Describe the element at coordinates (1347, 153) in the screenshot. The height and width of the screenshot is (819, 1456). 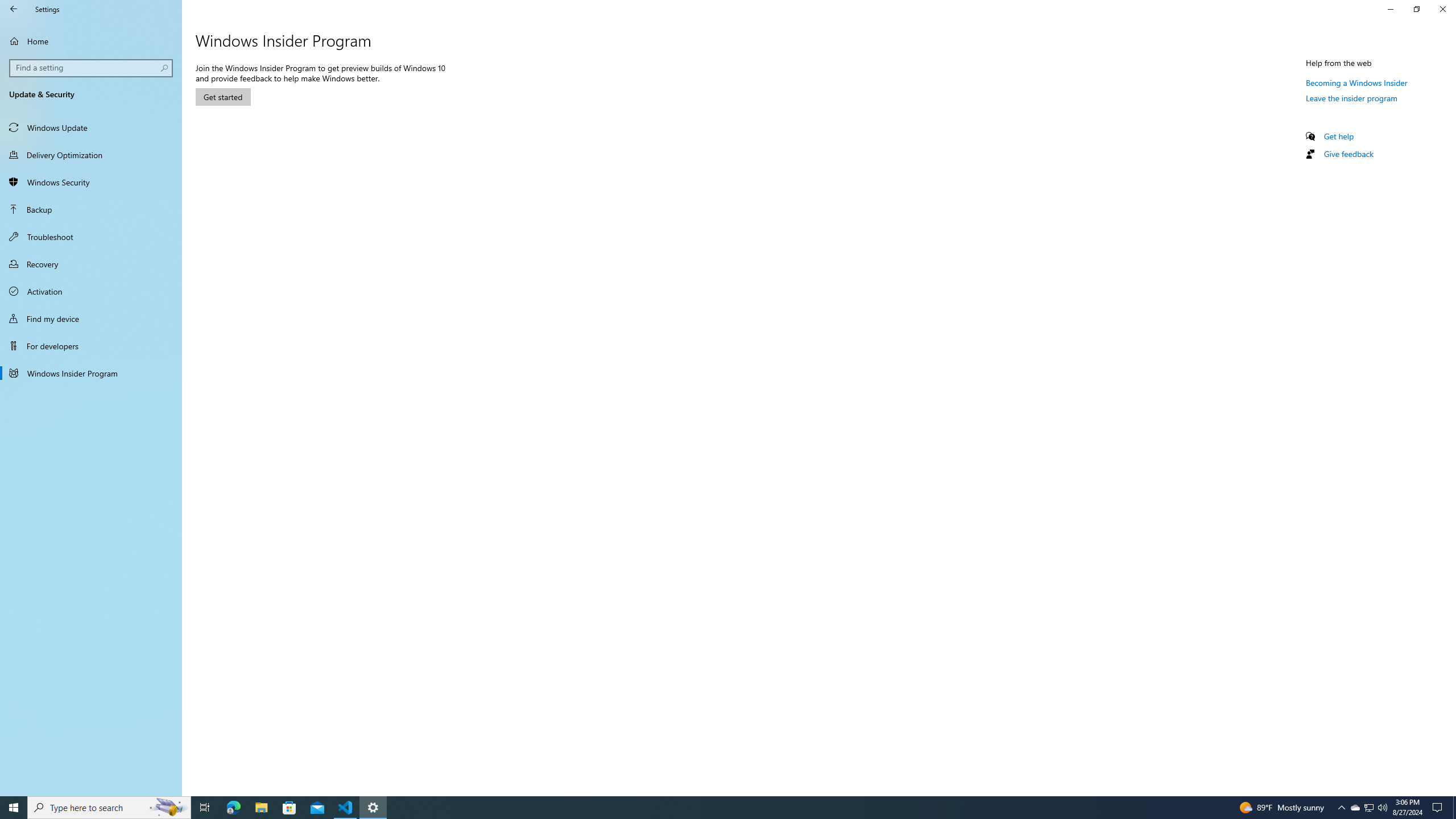
I see `'Give feedback'` at that location.